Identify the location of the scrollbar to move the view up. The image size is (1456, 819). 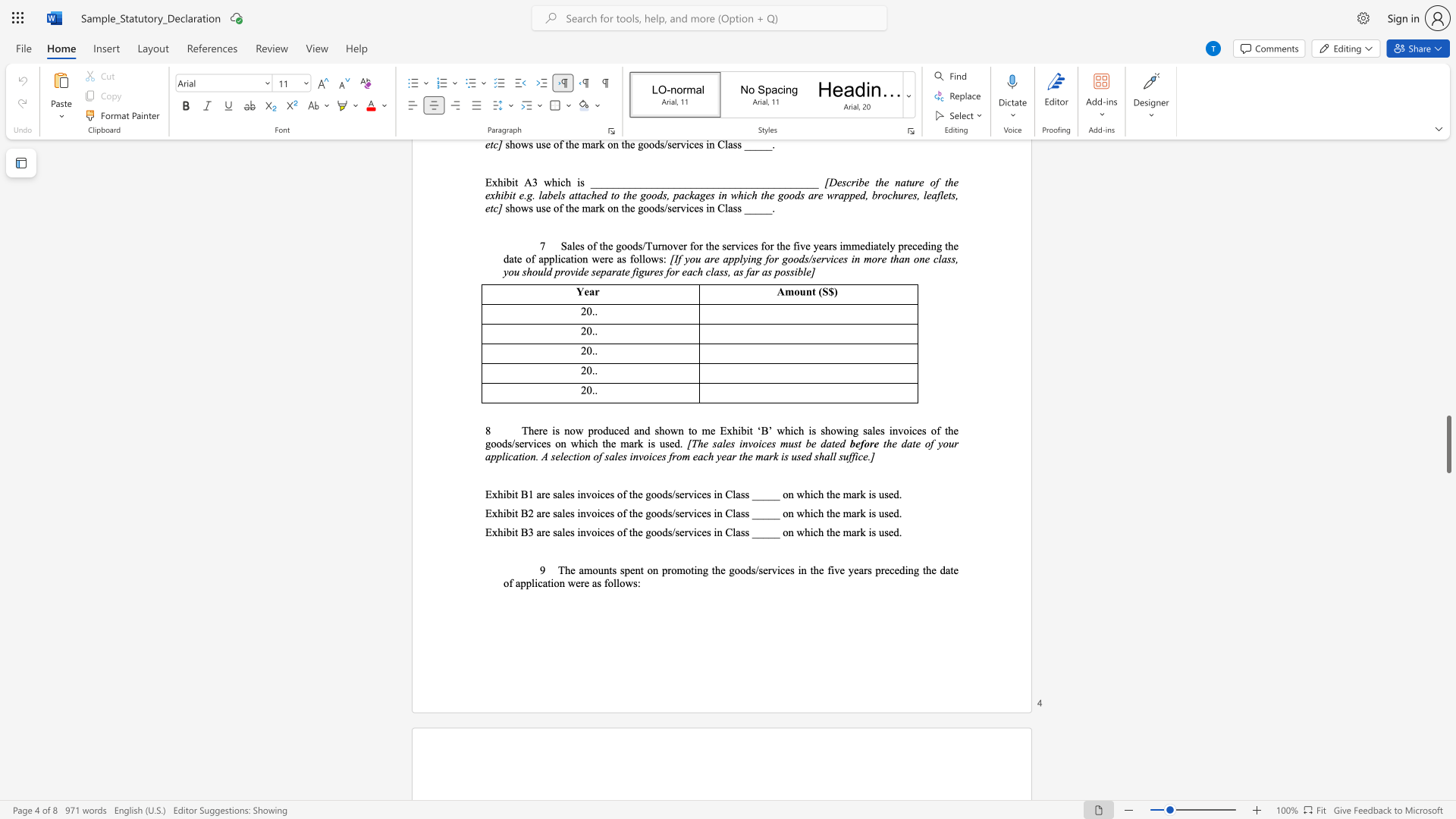
(1448, 174).